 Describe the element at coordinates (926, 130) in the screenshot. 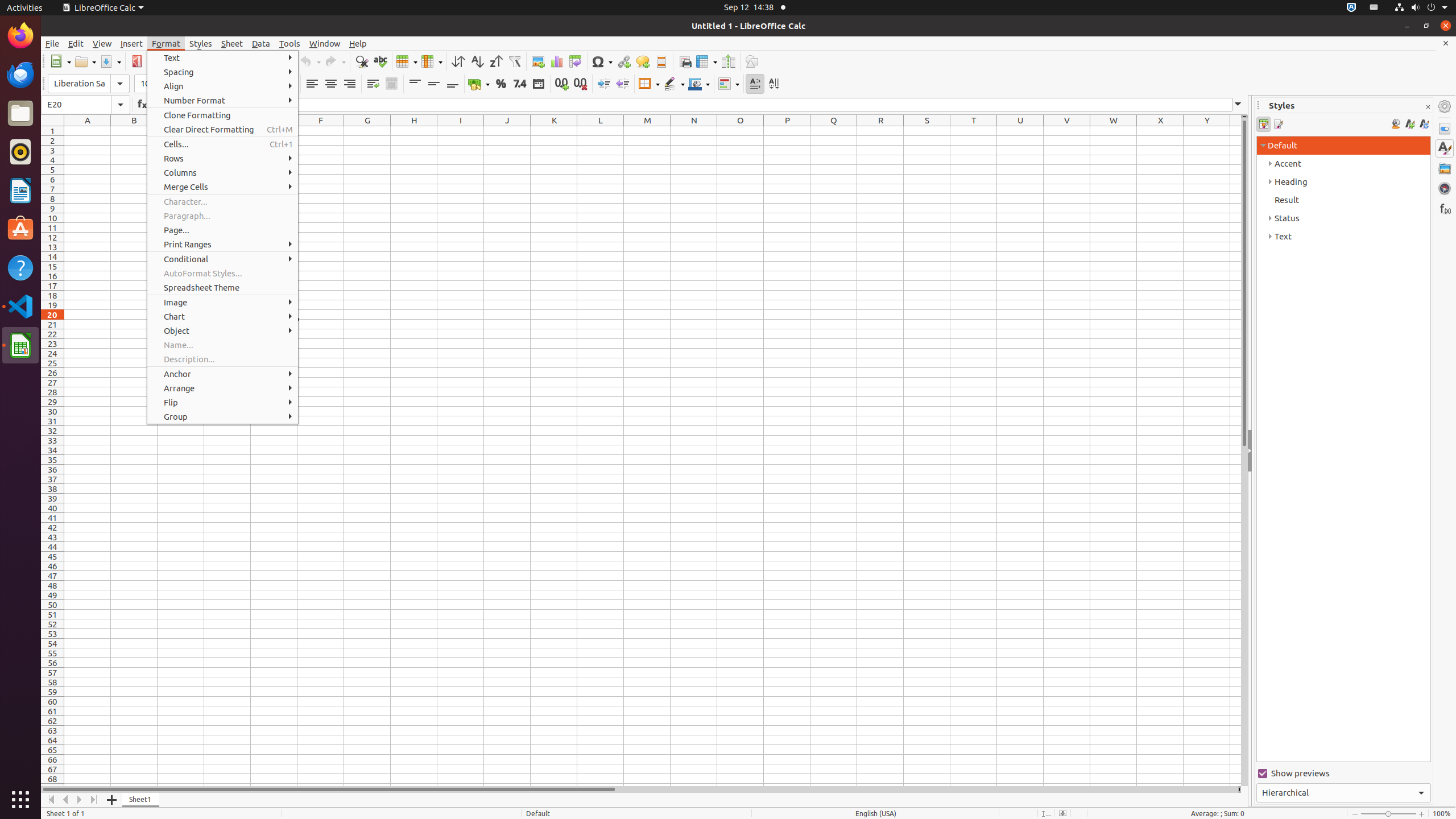

I see `'S1'` at that location.